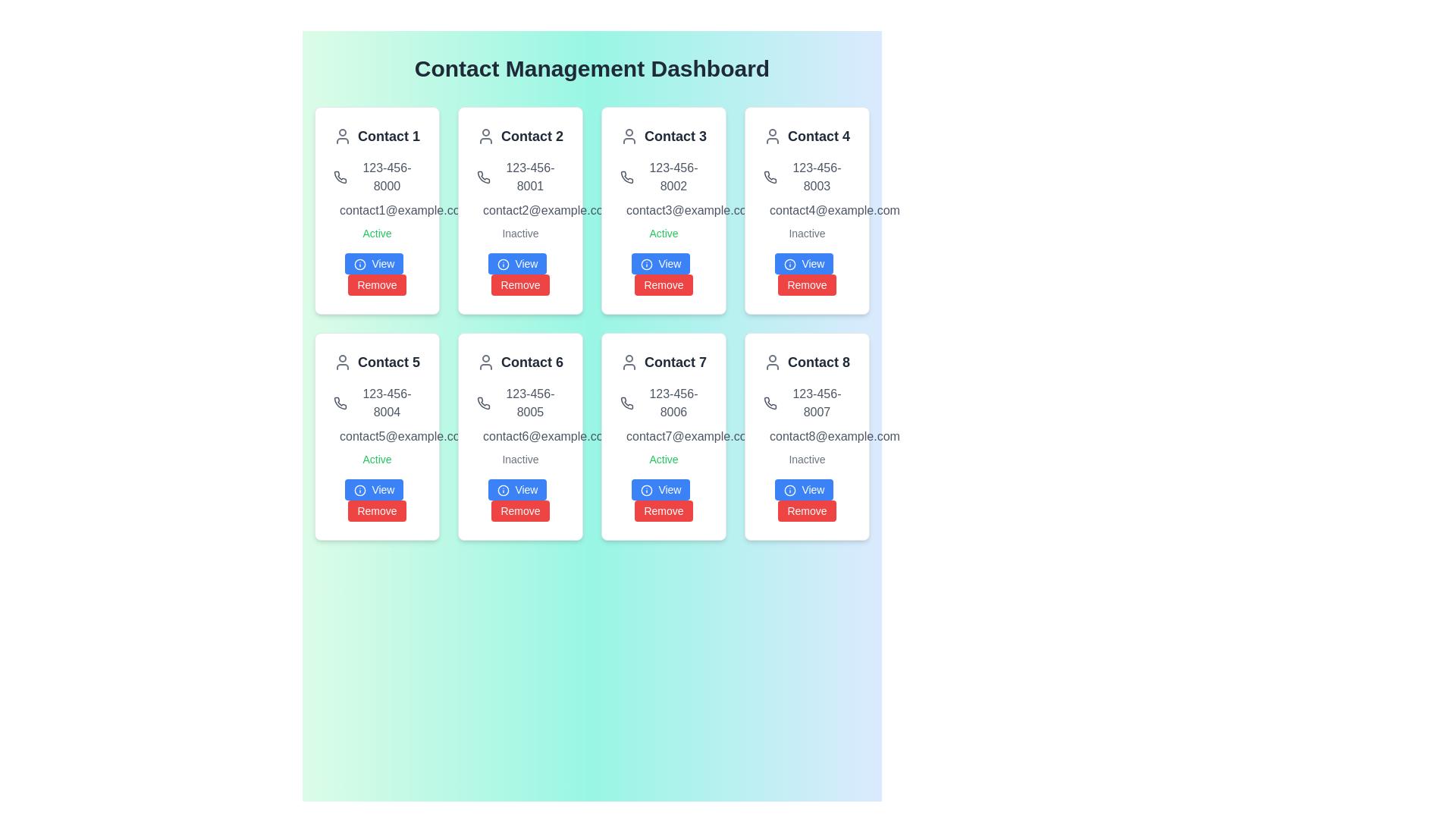 This screenshot has width=1456, height=819. I want to click on the 'Remove' button, which is the bottom button in the group of two vertically arranged buttons, so click(377, 275).